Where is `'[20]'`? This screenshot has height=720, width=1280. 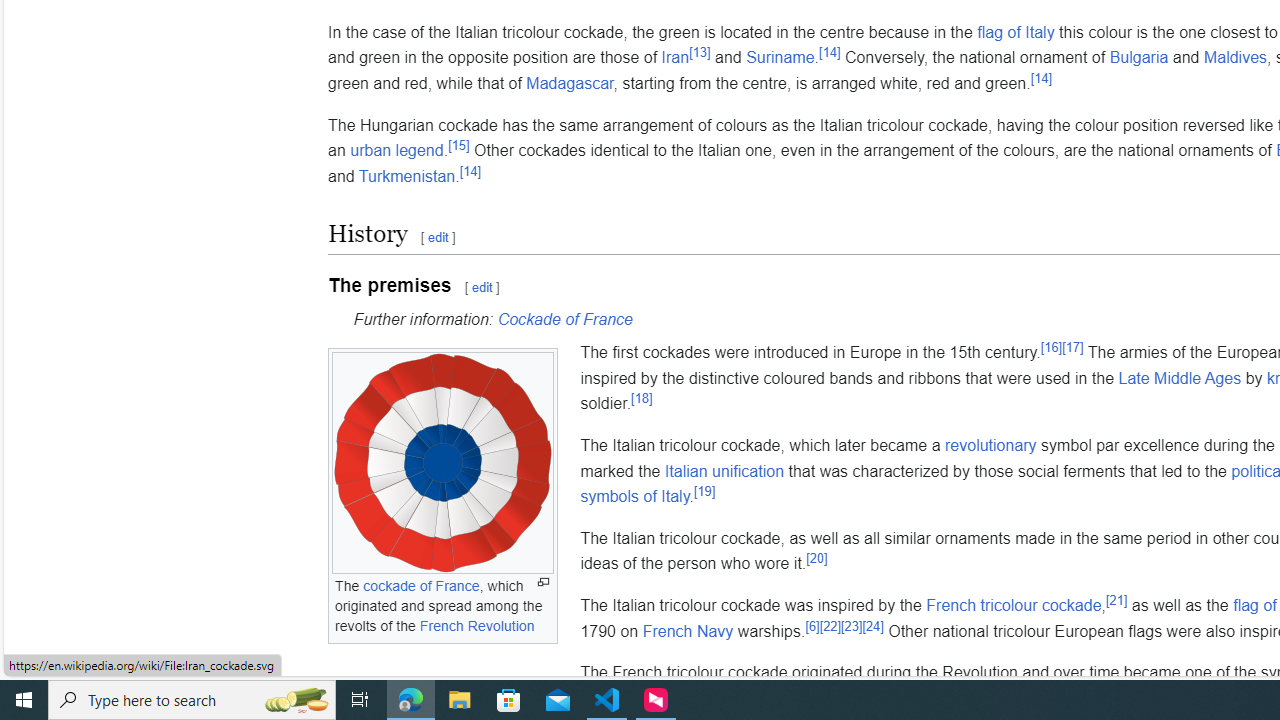
'[20]' is located at coordinates (817, 558).